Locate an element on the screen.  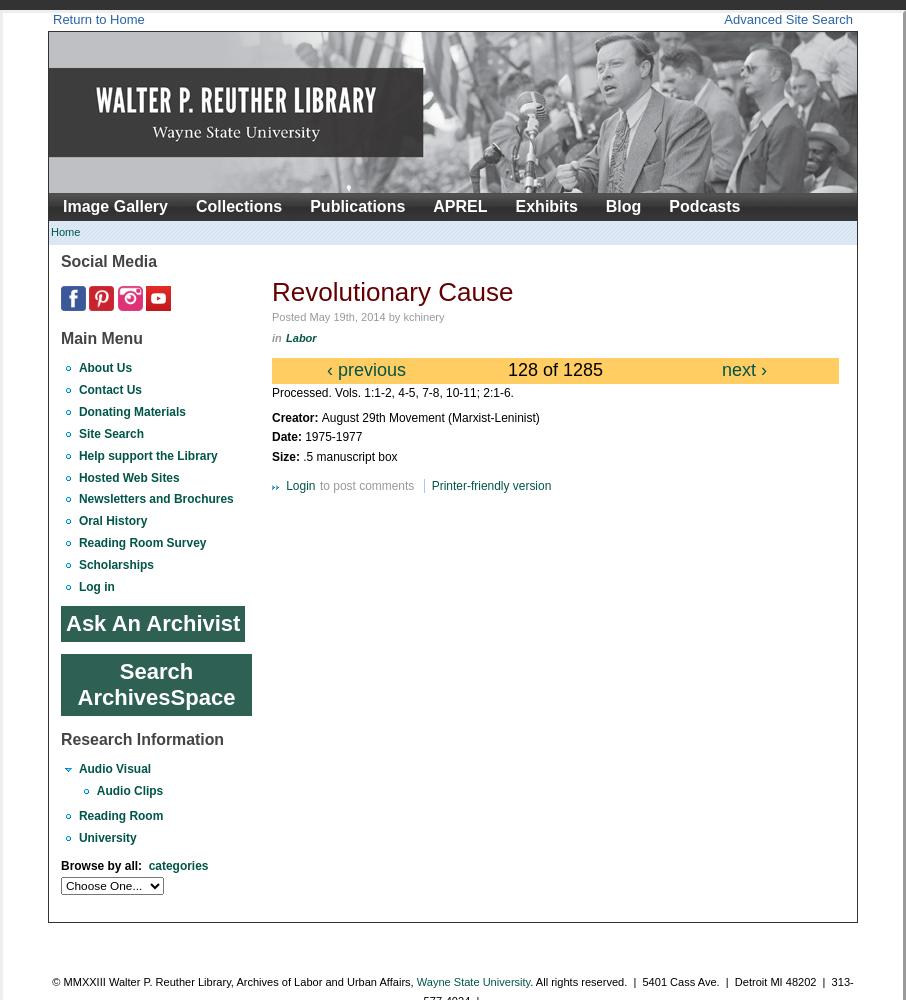
'Hosted Web Sites' is located at coordinates (127, 476).